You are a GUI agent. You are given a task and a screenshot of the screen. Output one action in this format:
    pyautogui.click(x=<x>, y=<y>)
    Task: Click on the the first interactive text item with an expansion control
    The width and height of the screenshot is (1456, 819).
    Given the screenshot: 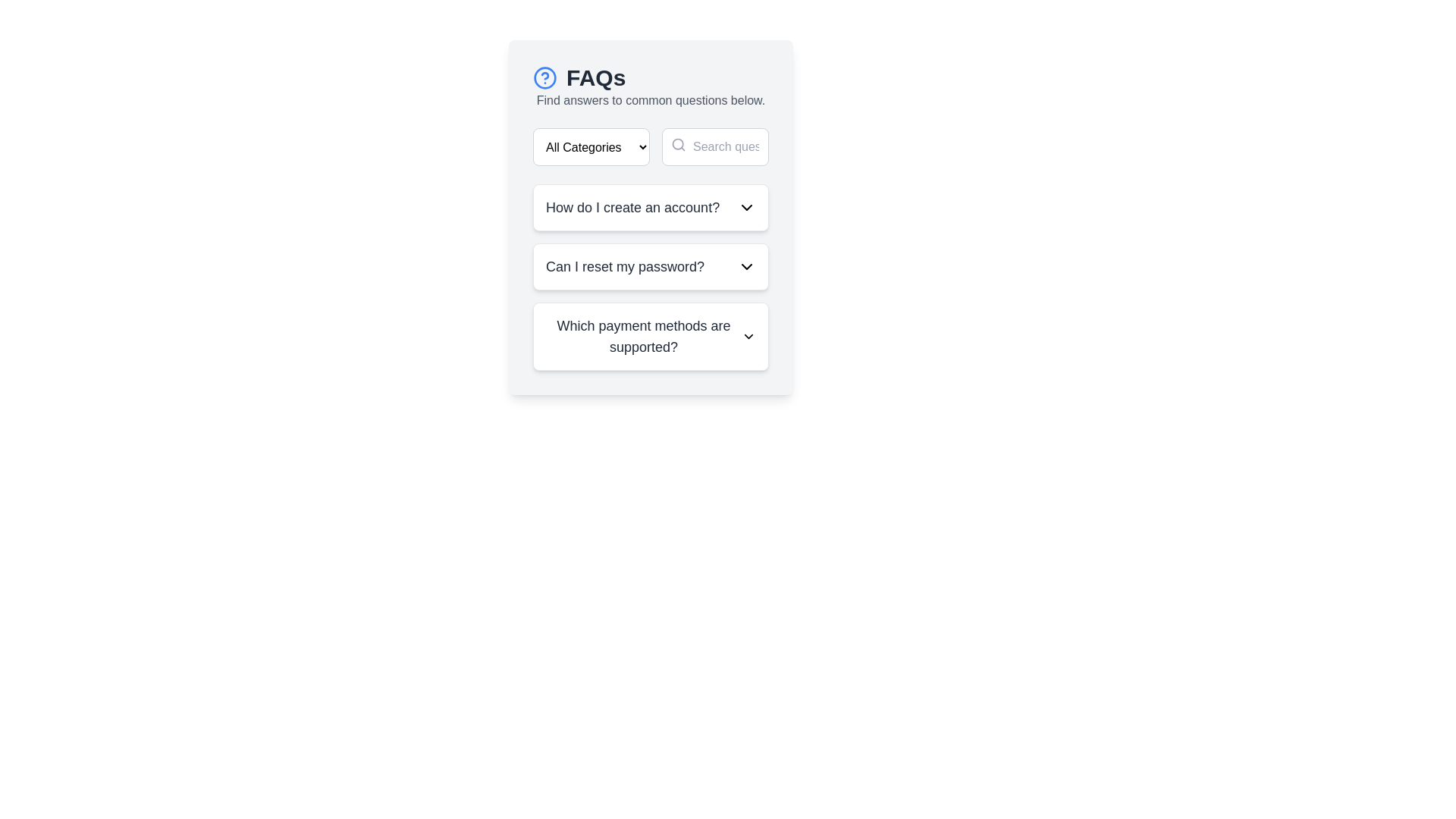 What is the action you would take?
    pyautogui.click(x=651, y=207)
    